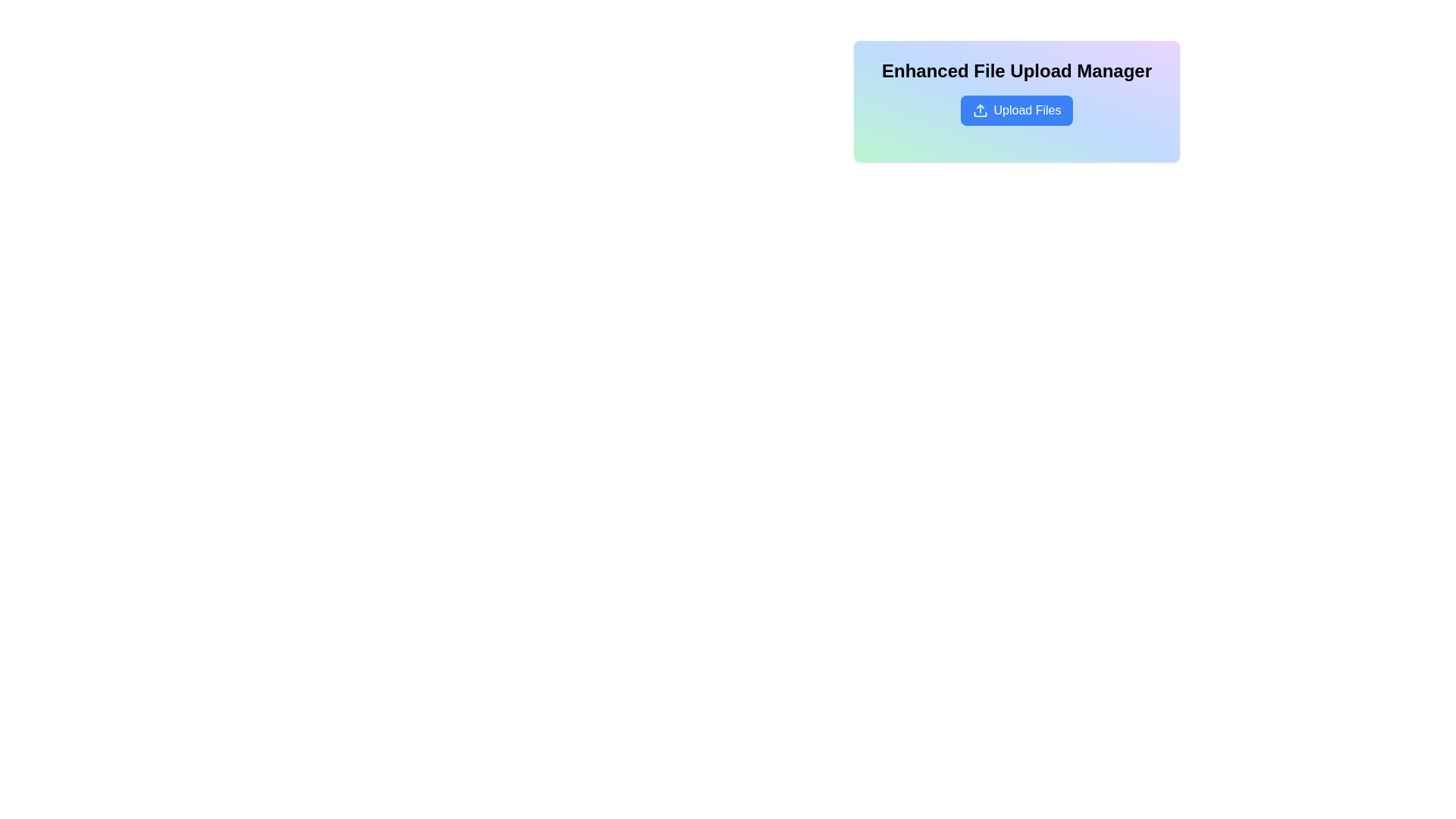 The height and width of the screenshot is (819, 1456). Describe the element at coordinates (1016, 110) in the screenshot. I see `the button that prompts the user to initiate a file upload action, located in the center of the 'Enhanced File Upload Manager' card` at that location.